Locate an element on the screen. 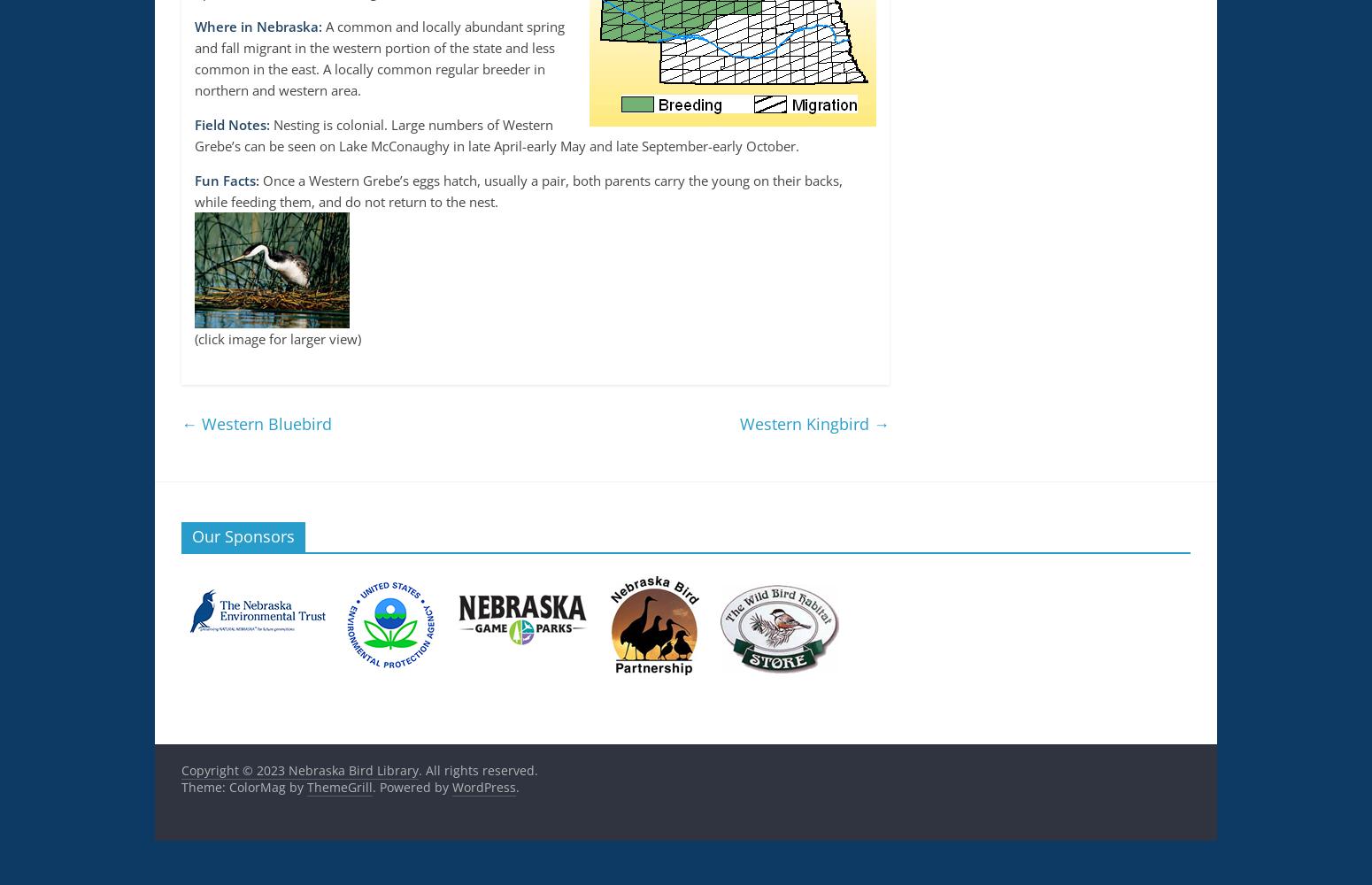 The image size is (1372, 885). 'Where in Nebraska:' is located at coordinates (258, 27).